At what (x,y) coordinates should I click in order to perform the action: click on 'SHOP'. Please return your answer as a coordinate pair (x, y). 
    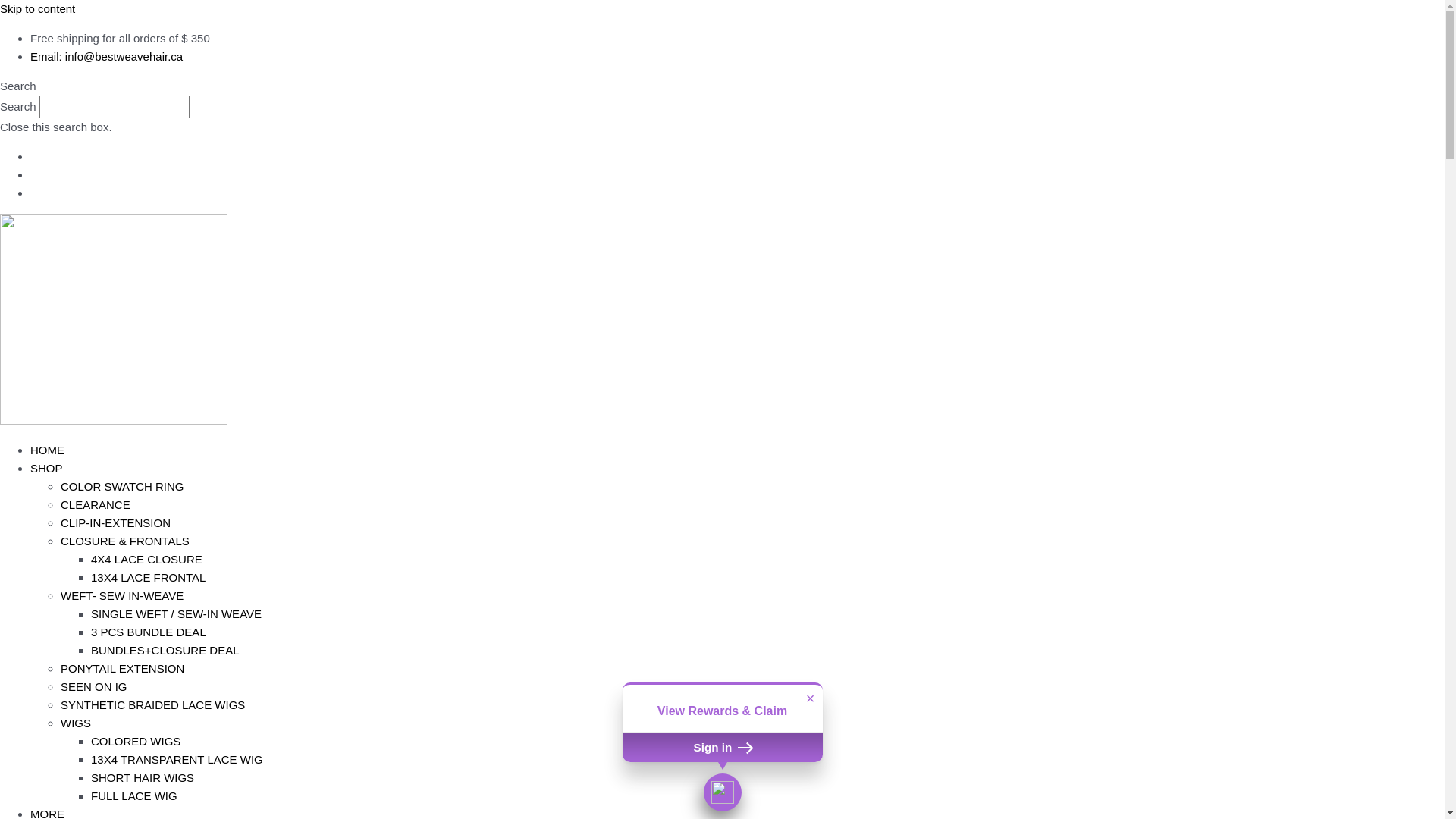
    Looking at the image, I should click on (46, 467).